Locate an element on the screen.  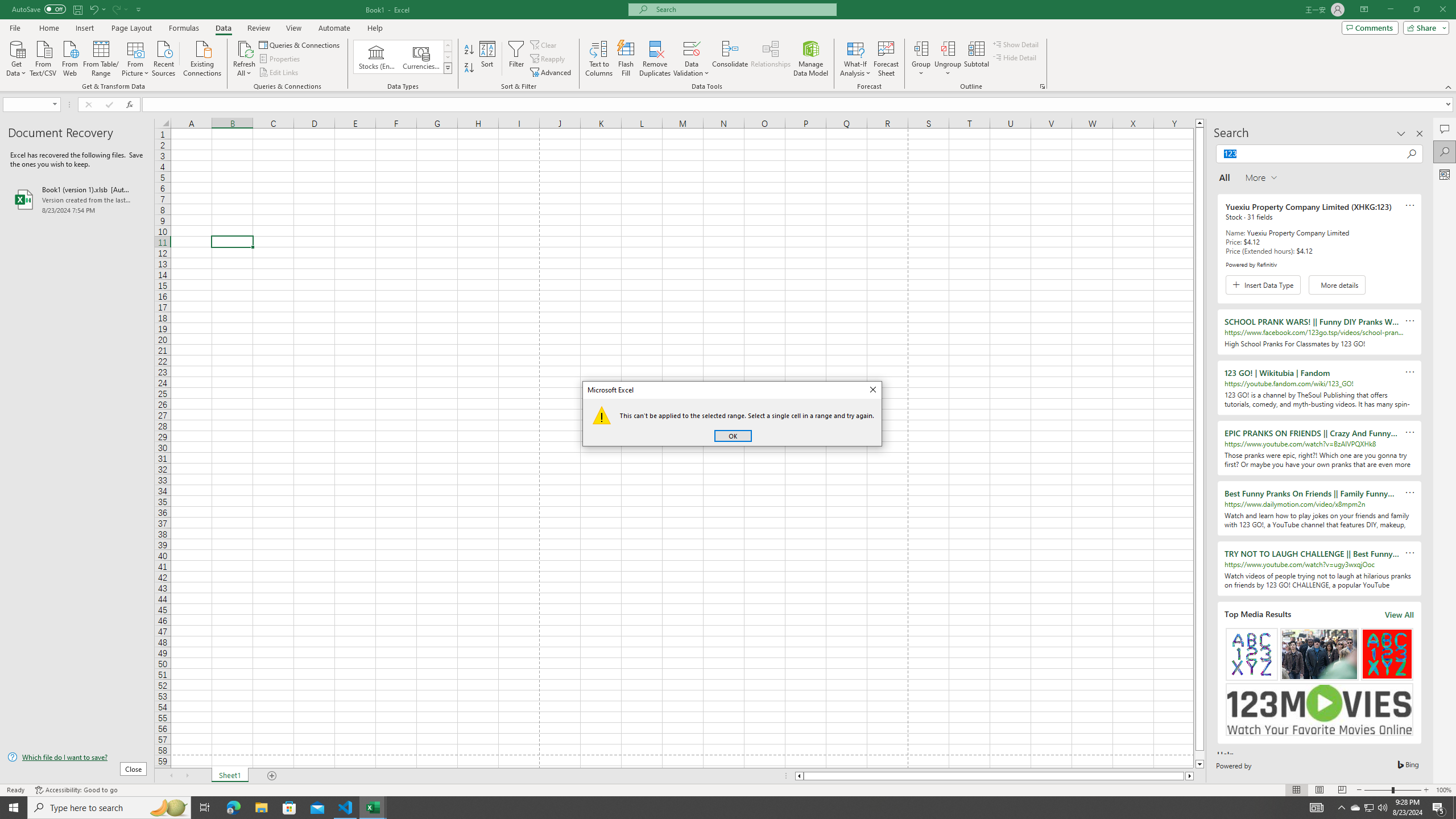
'Get Data' is located at coordinates (16, 57).